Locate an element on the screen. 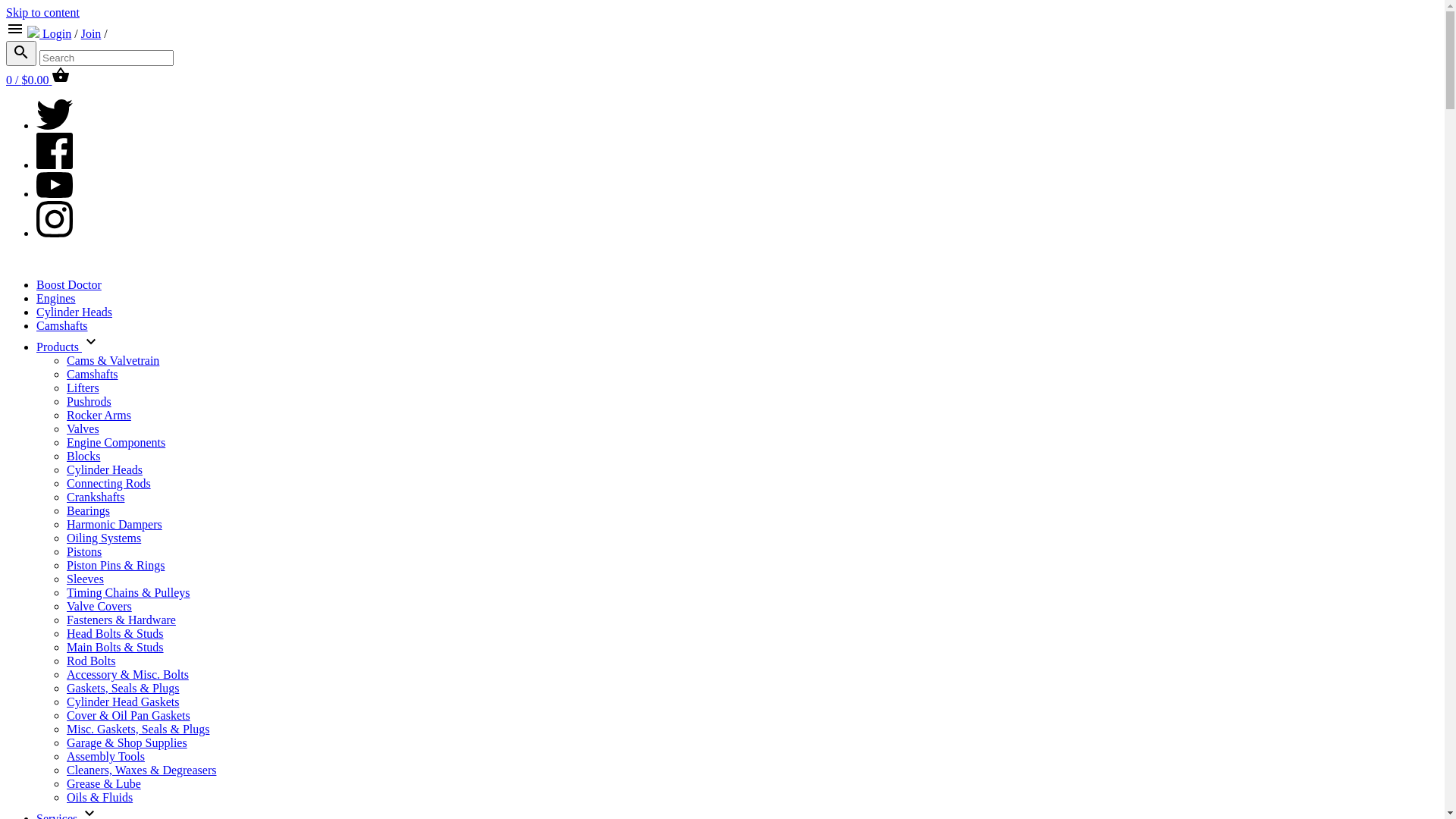 The width and height of the screenshot is (1456, 819). 'Fasteners & Hardware' is located at coordinates (120, 620).